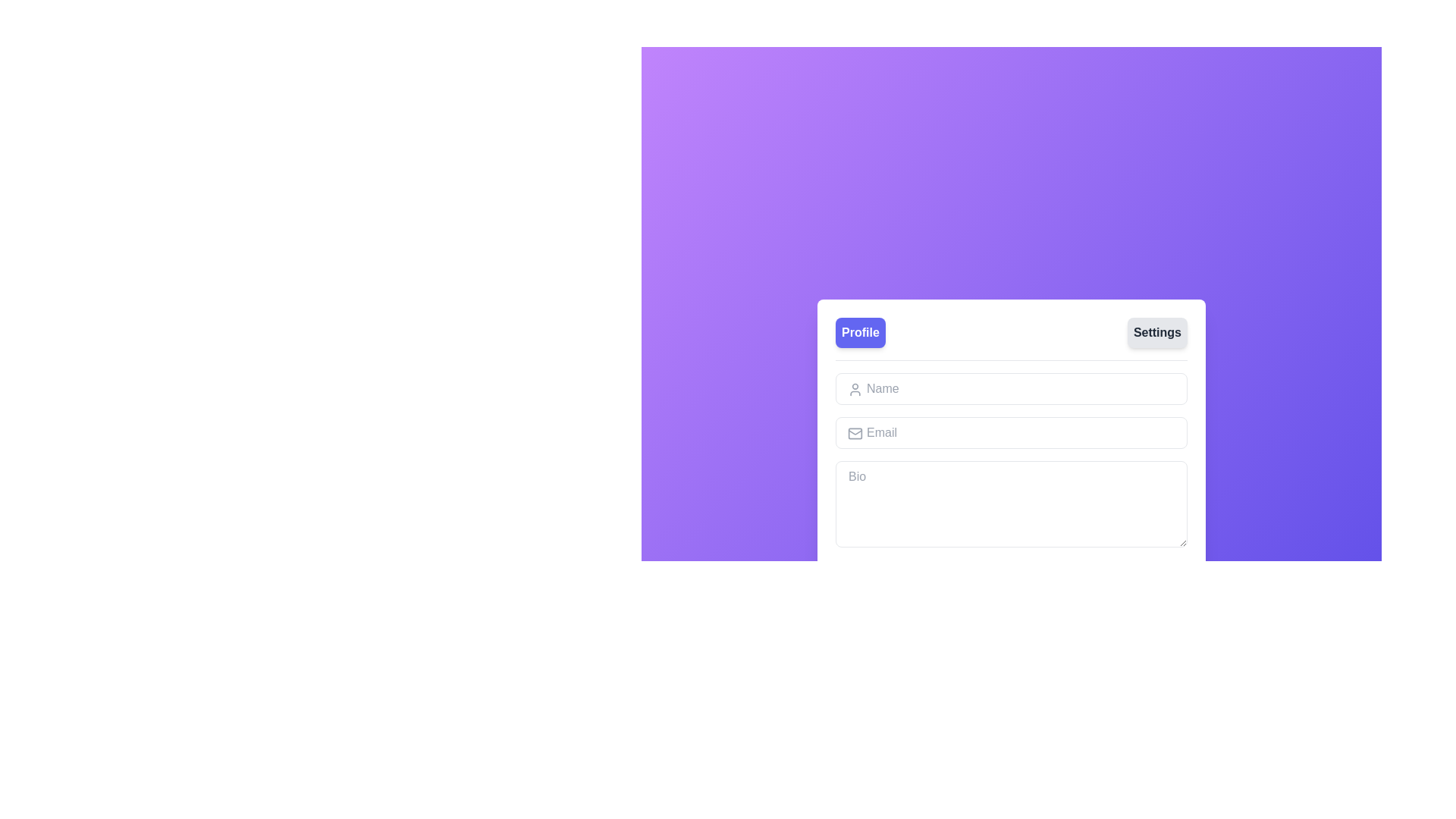 The image size is (1456, 819). I want to click on the Email input field, which is the second input in a vertically stacked form, so click(1012, 432).